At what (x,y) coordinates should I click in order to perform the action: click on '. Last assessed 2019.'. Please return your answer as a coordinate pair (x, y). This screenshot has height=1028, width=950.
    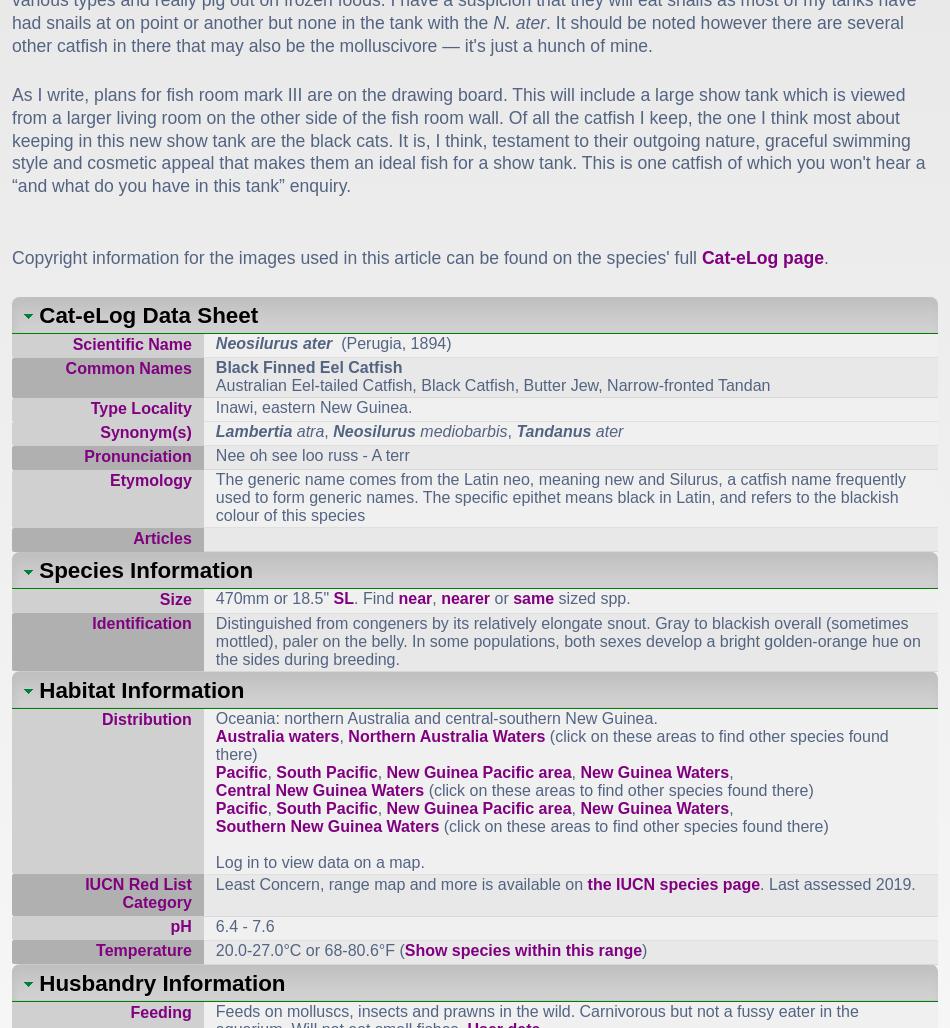
    Looking at the image, I should click on (836, 882).